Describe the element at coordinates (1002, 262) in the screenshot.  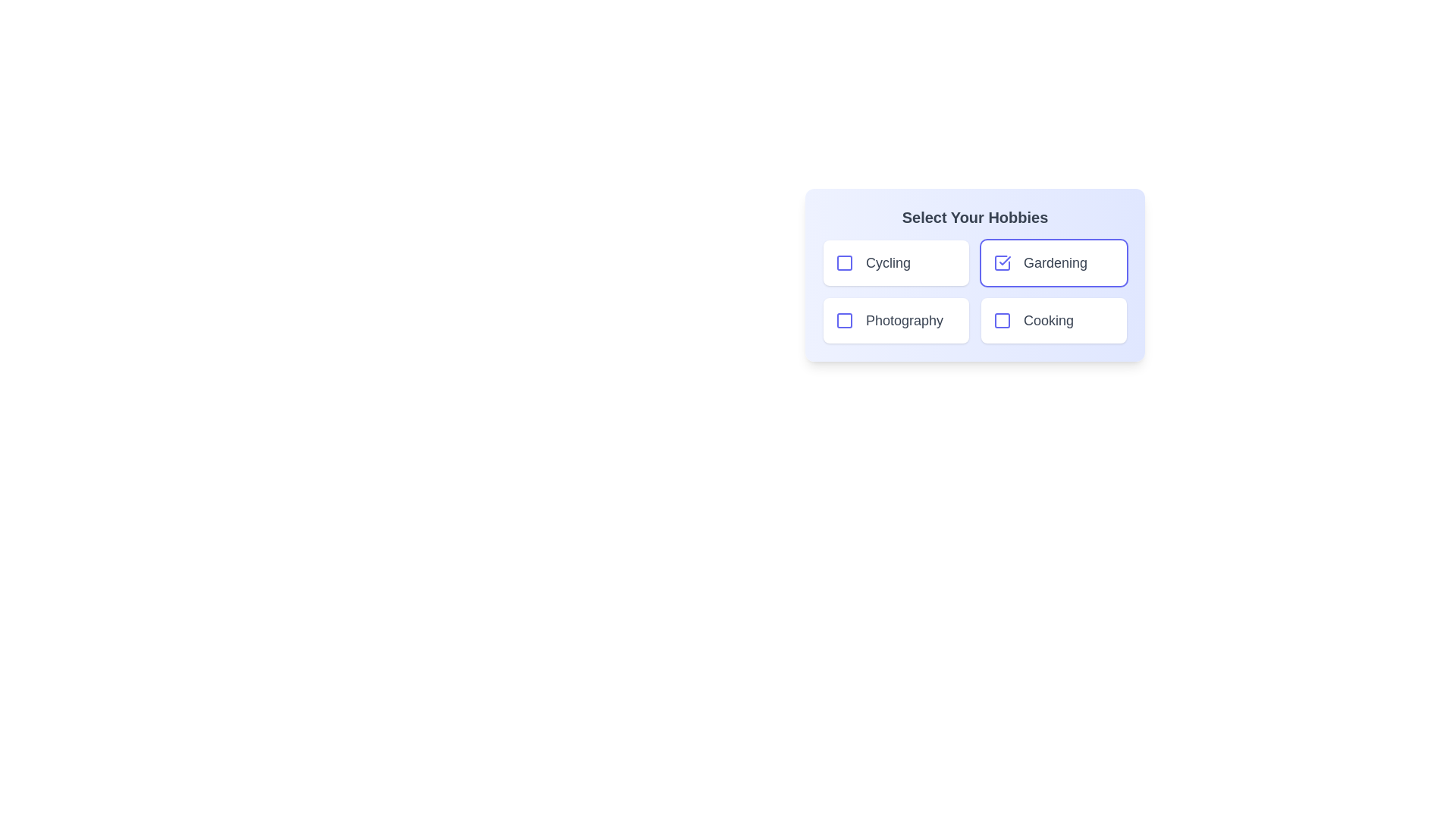
I see `the hobby item Gardening` at that location.